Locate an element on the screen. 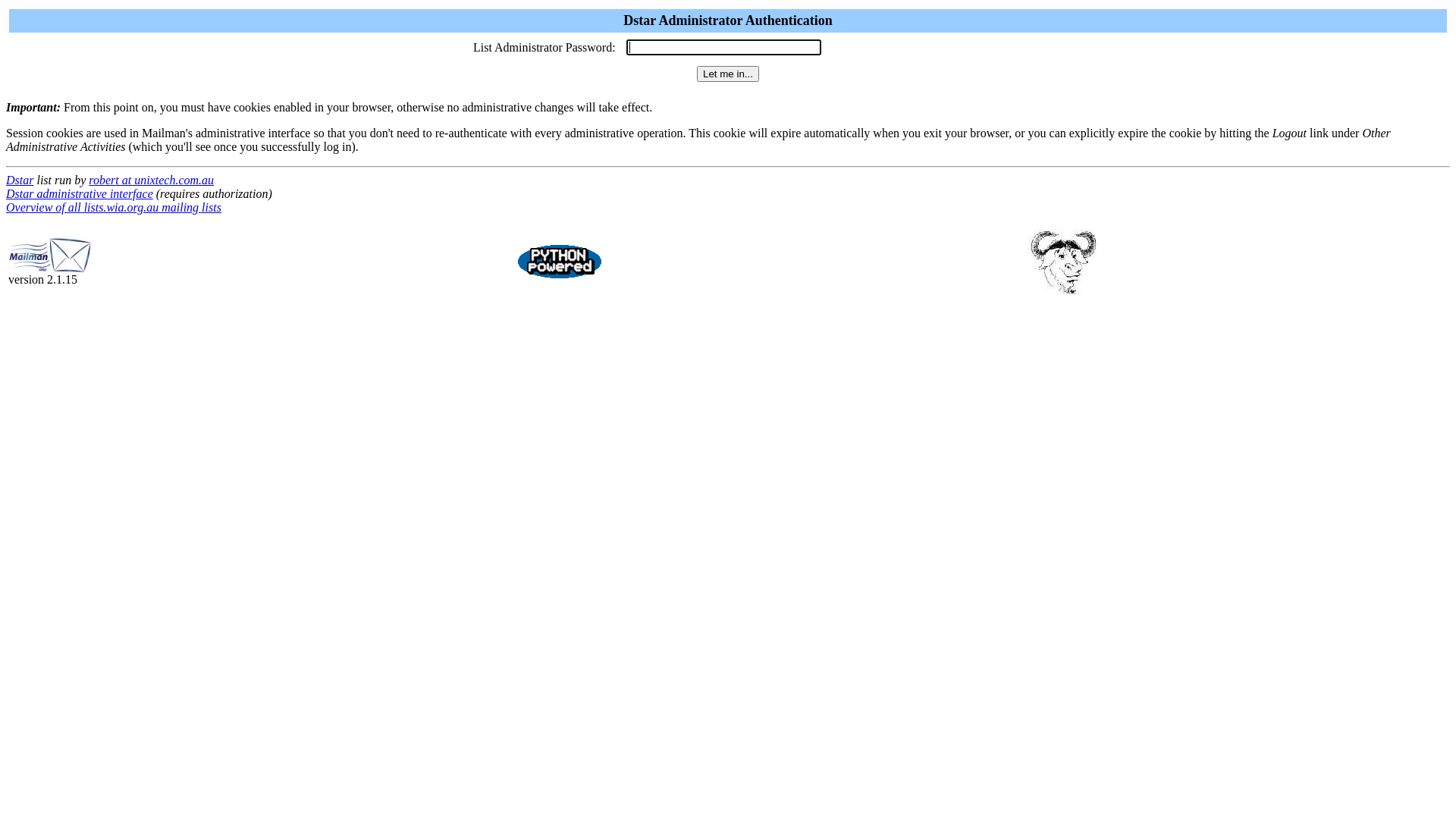 Image resolution: width=1456 pixels, height=819 pixels. 'Dstar administrative interface' is located at coordinates (79, 193).